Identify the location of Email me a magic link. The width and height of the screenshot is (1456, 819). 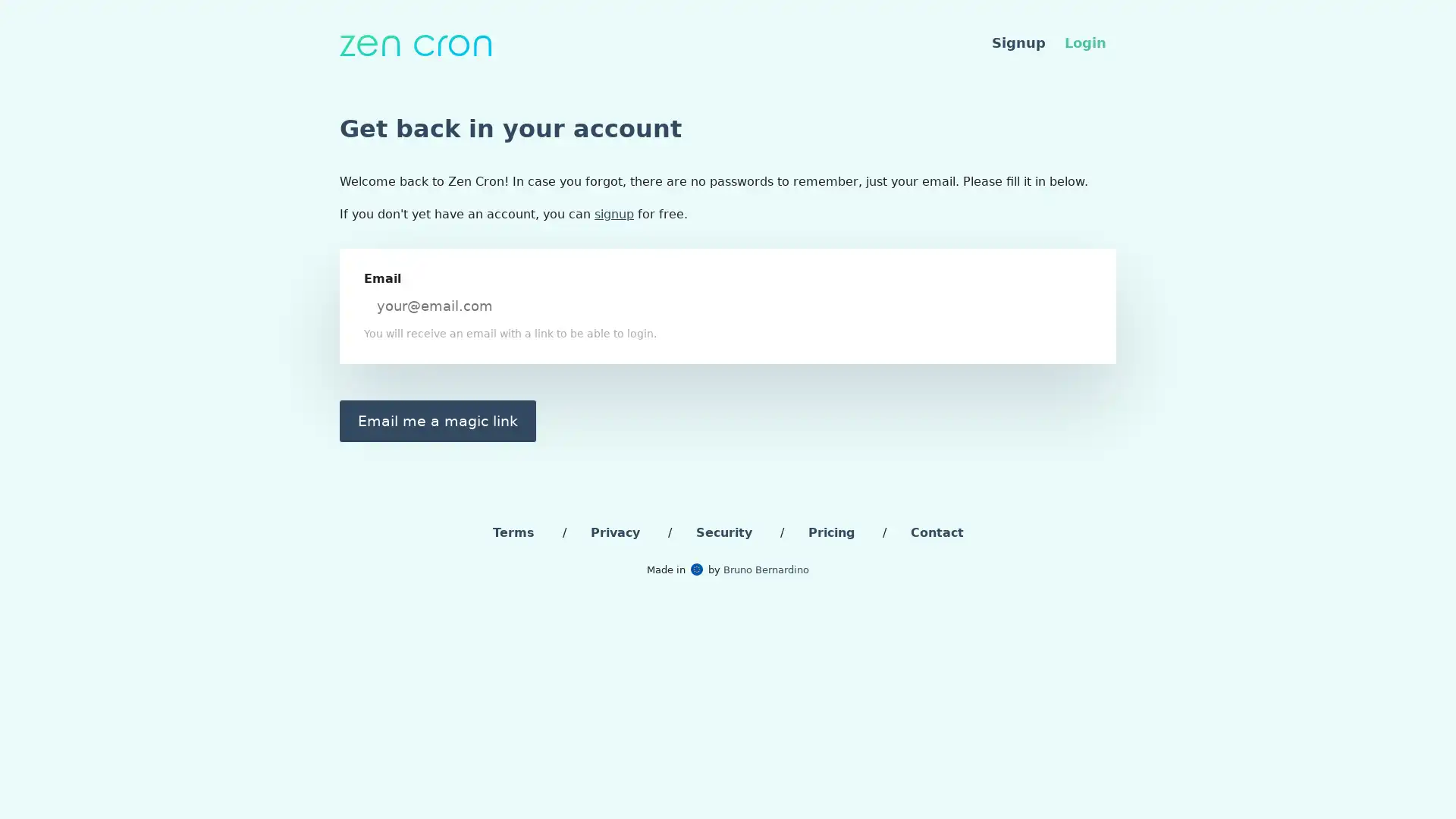
(437, 420).